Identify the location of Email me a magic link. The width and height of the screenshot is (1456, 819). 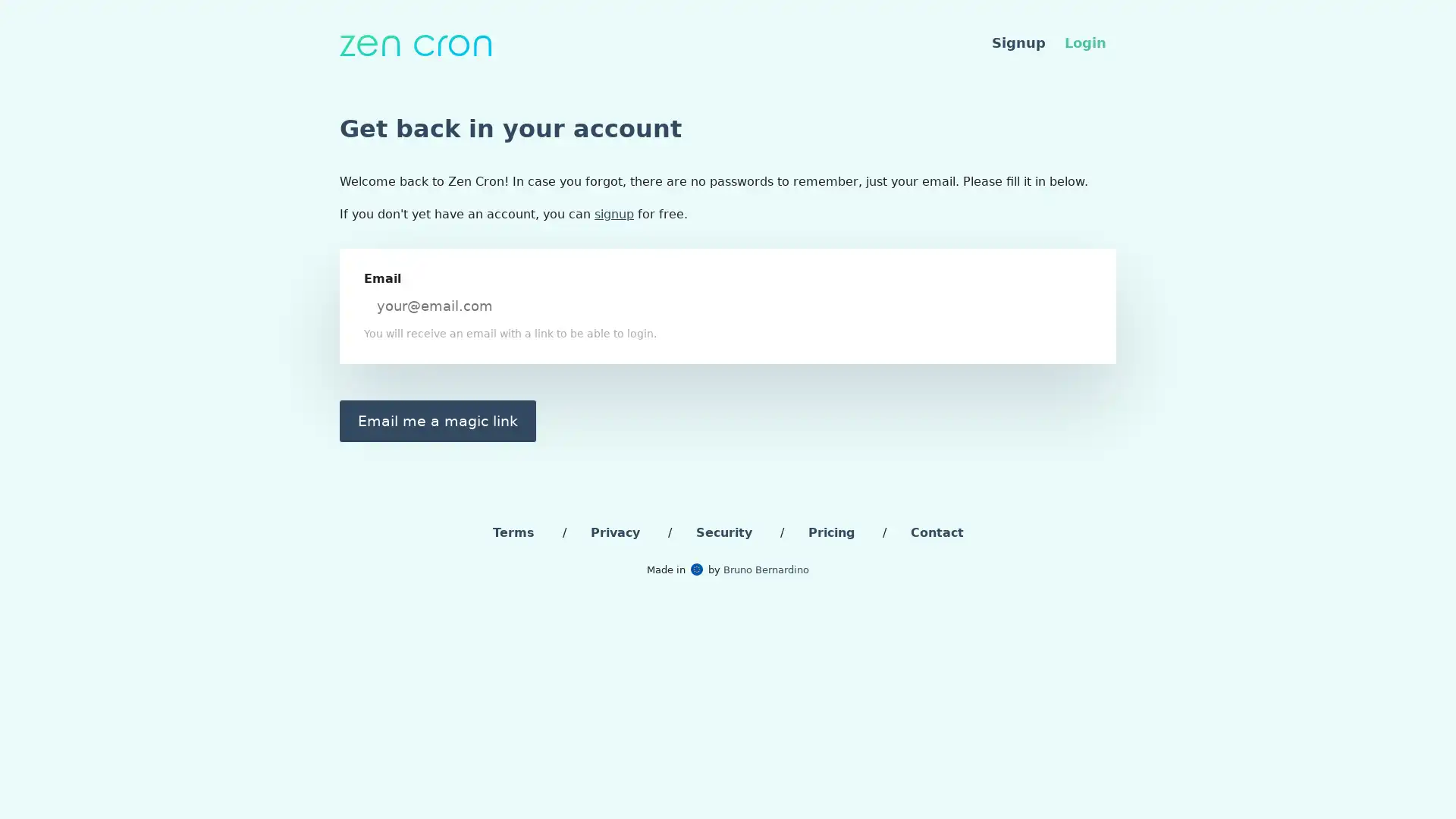
(437, 420).